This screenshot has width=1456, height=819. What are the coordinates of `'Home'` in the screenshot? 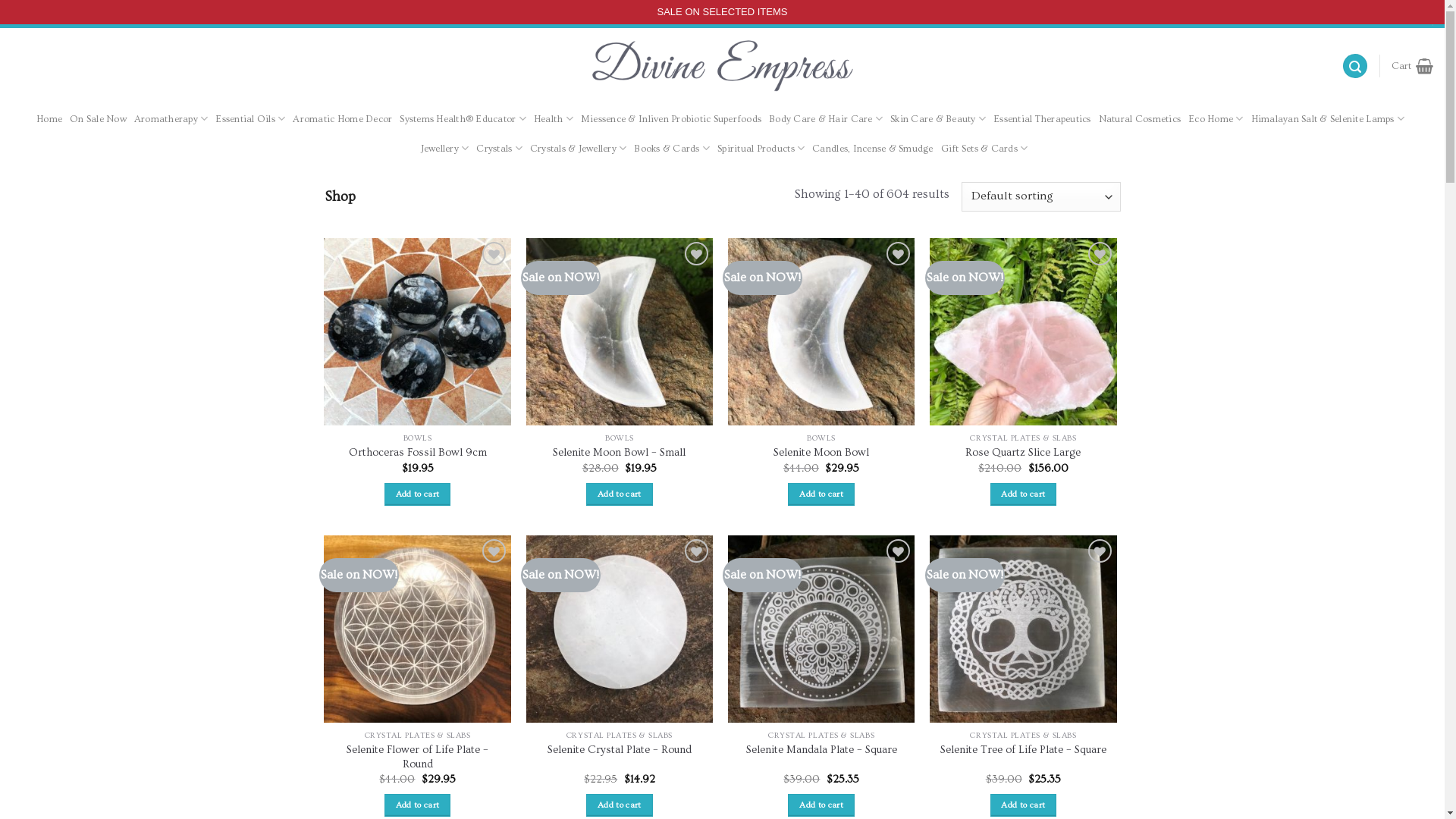 It's located at (49, 118).